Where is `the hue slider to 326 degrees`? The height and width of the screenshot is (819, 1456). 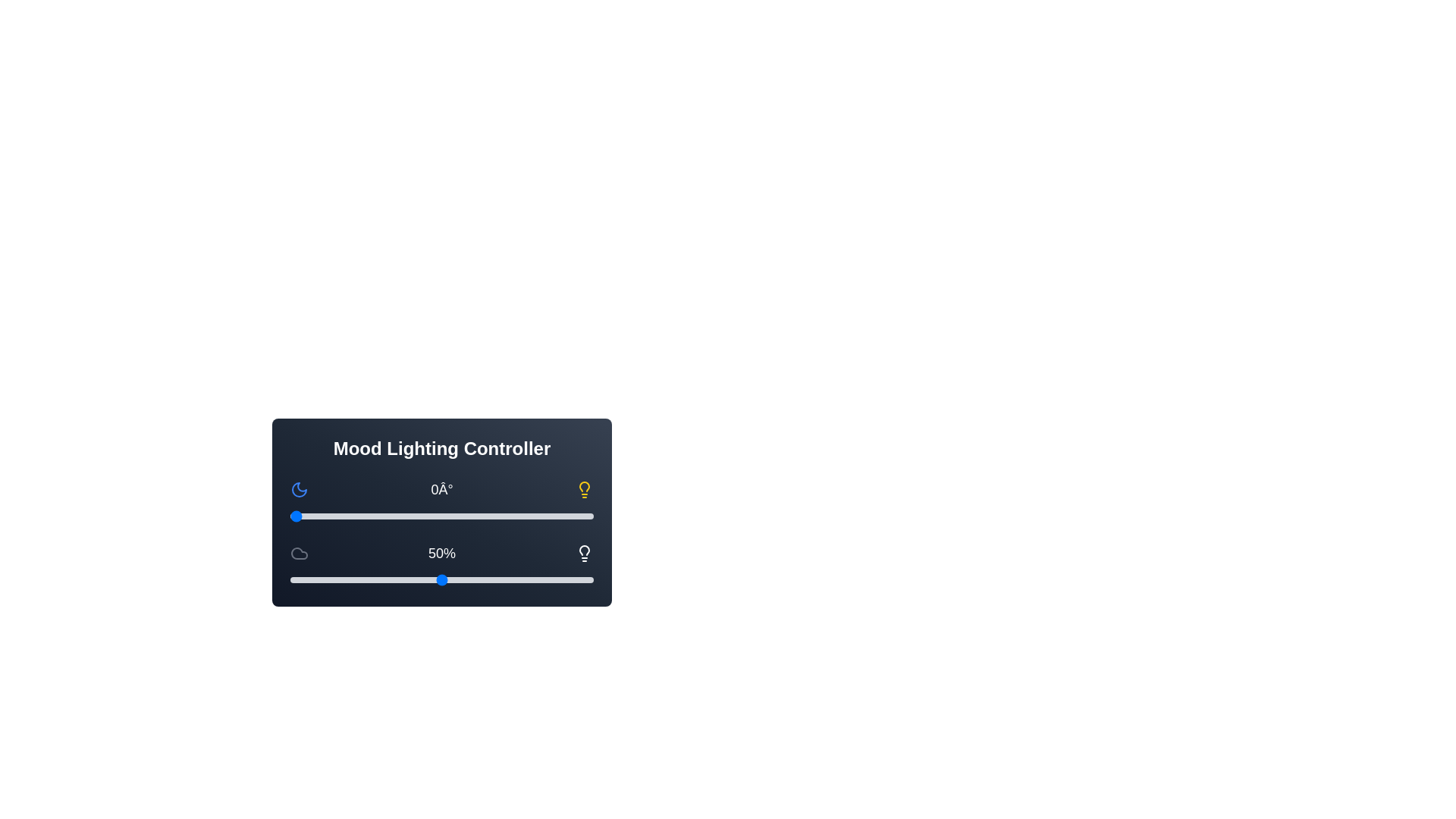
the hue slider to 326 degrees is located at coordinates (564, 516).